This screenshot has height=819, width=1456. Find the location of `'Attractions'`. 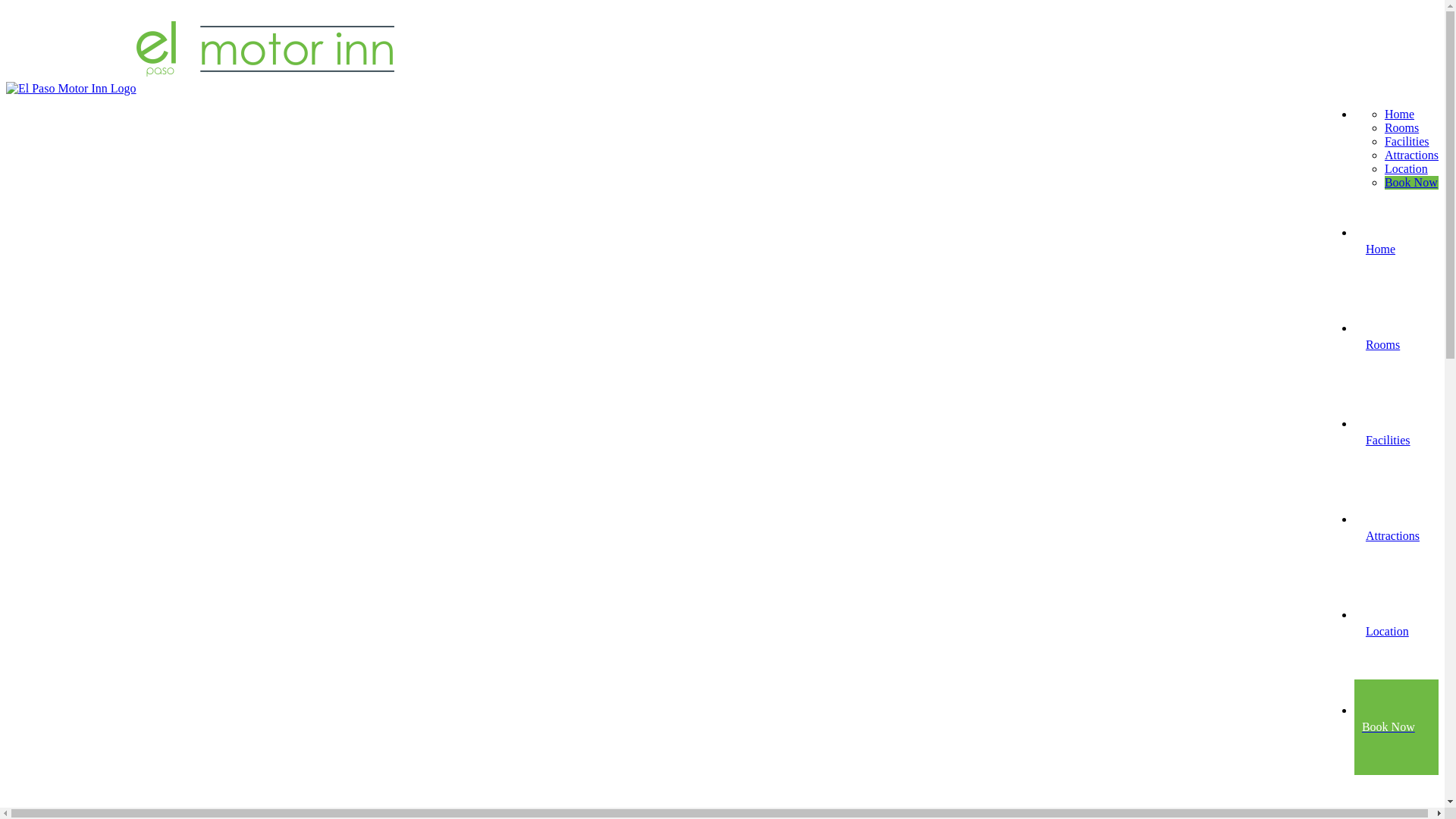

'Attractions' is located at coordinates (1410, 155).